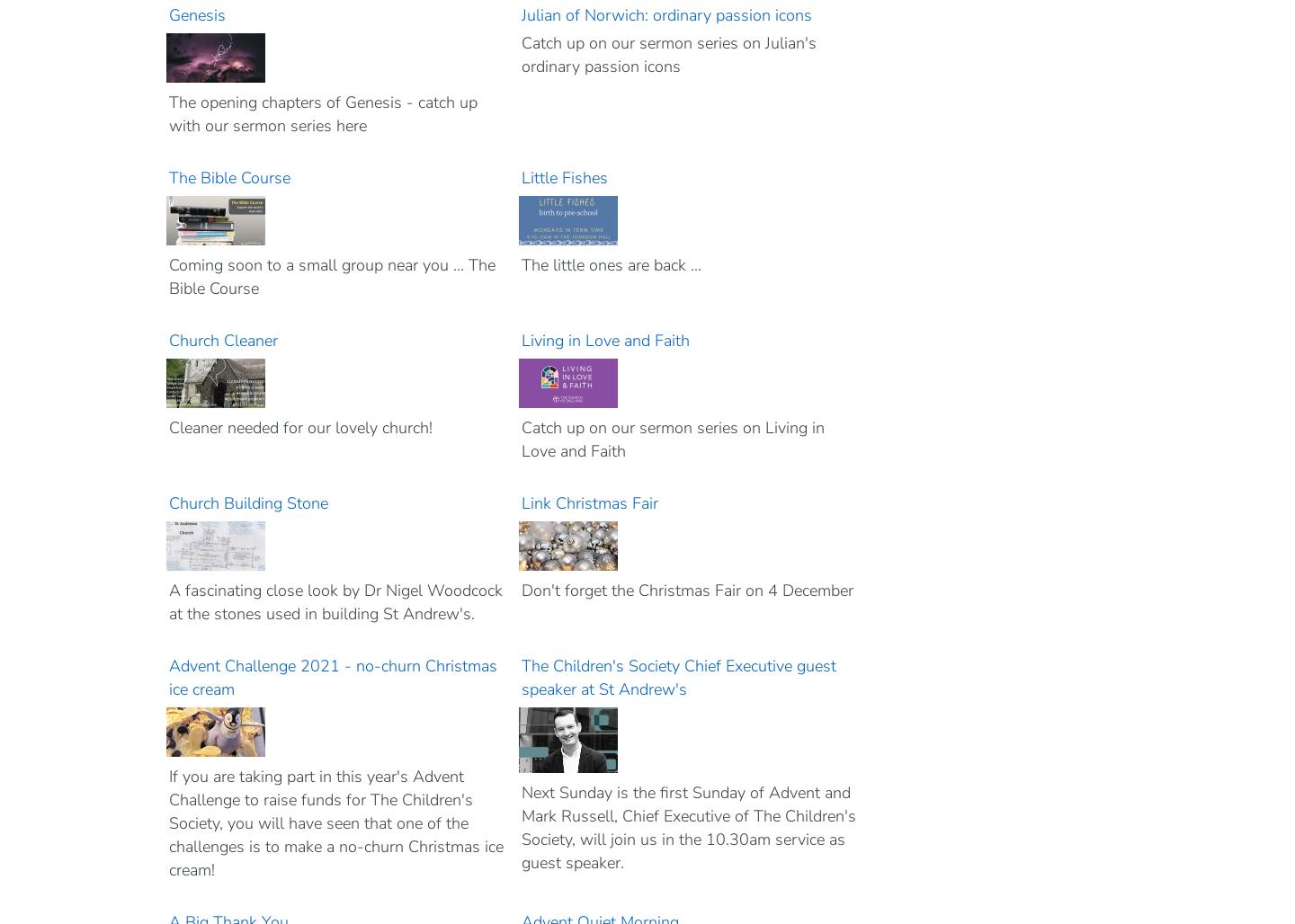 Image resolution: width=1295 pixels, height=924 pixels. I want to click on 'Catch up on our sermon series on Julian's ordinary passion icons', so click(667, 54).